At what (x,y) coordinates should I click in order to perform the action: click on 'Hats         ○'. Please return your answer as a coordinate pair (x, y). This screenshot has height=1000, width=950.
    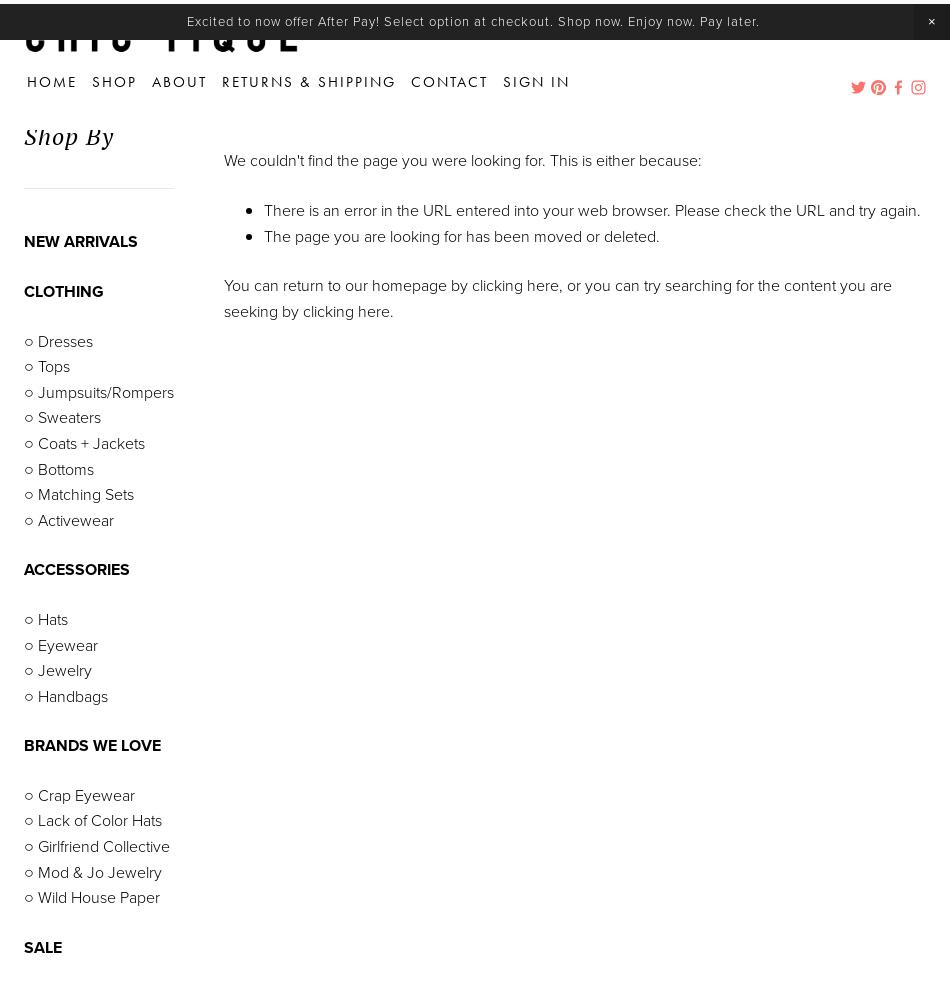
    Looking at the image, I should click on (110, 832).